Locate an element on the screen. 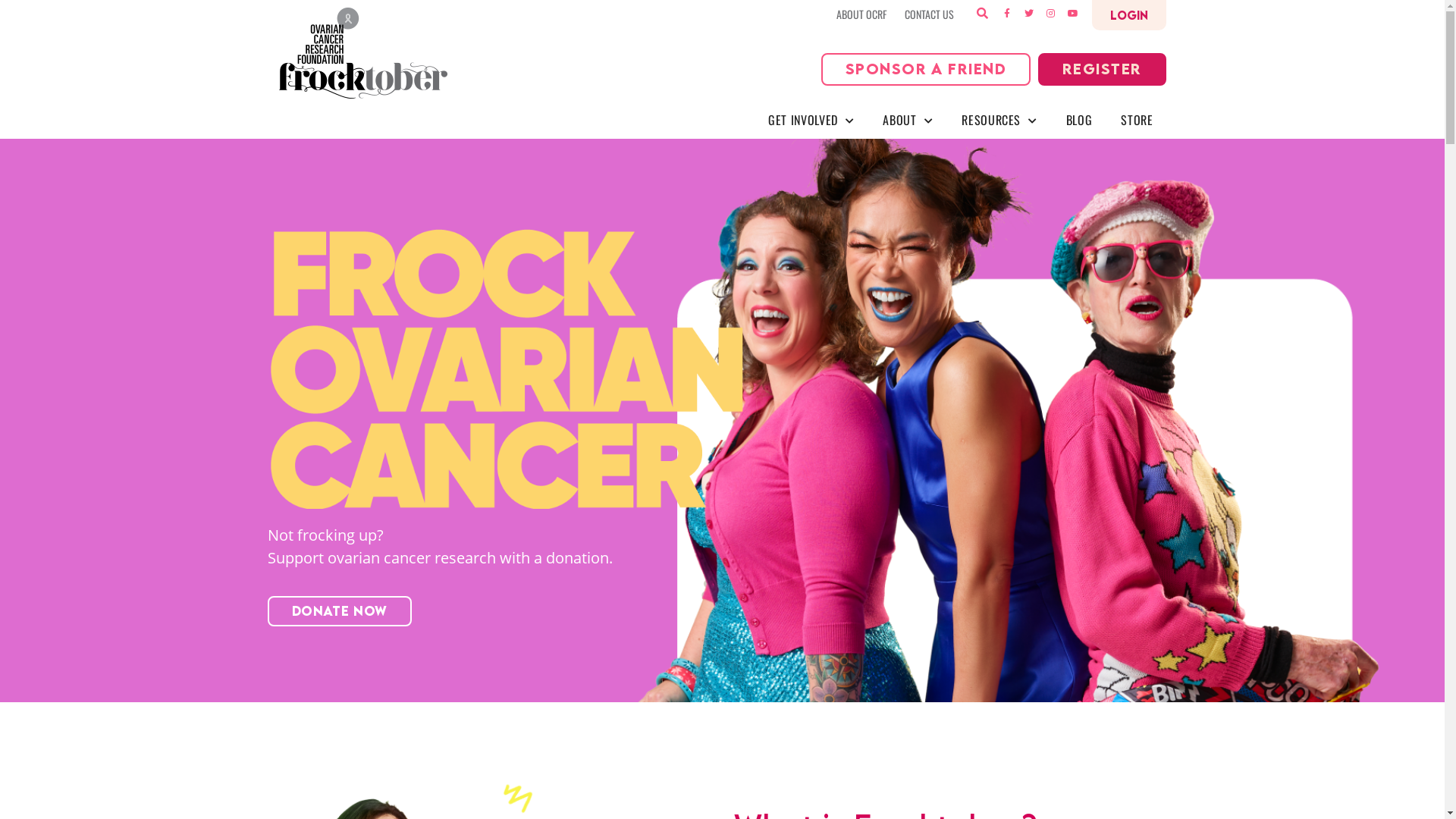 The height and width of the screenshot is (819, 1456). 'BLOG' is located at coordinates (1078, 119).